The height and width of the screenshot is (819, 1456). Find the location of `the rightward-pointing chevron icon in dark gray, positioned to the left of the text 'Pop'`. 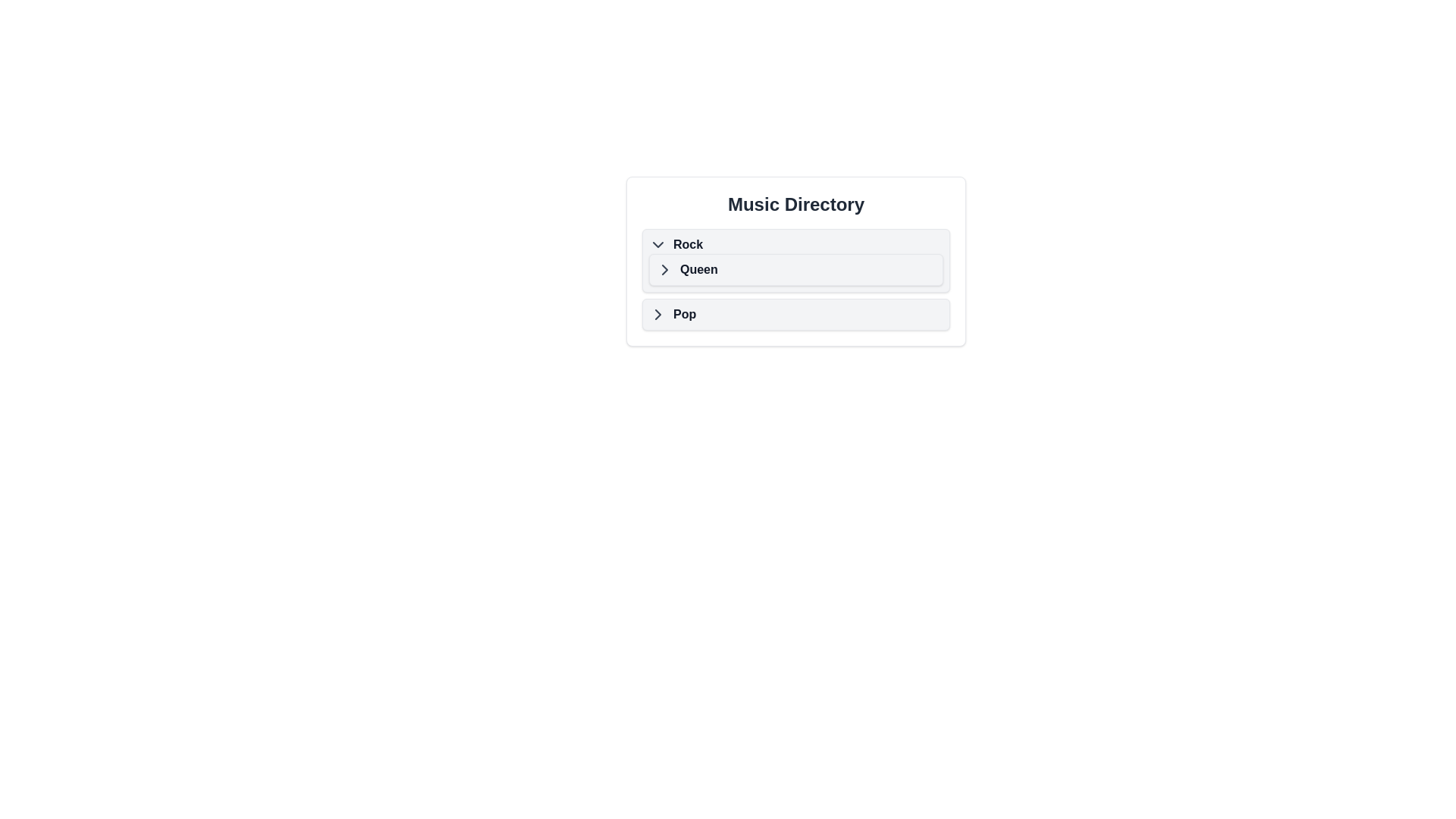

the rightward-pointing chevron icon in dark gray, positioned to the left of the text 'Pop' is located at coordinates (658, 314).